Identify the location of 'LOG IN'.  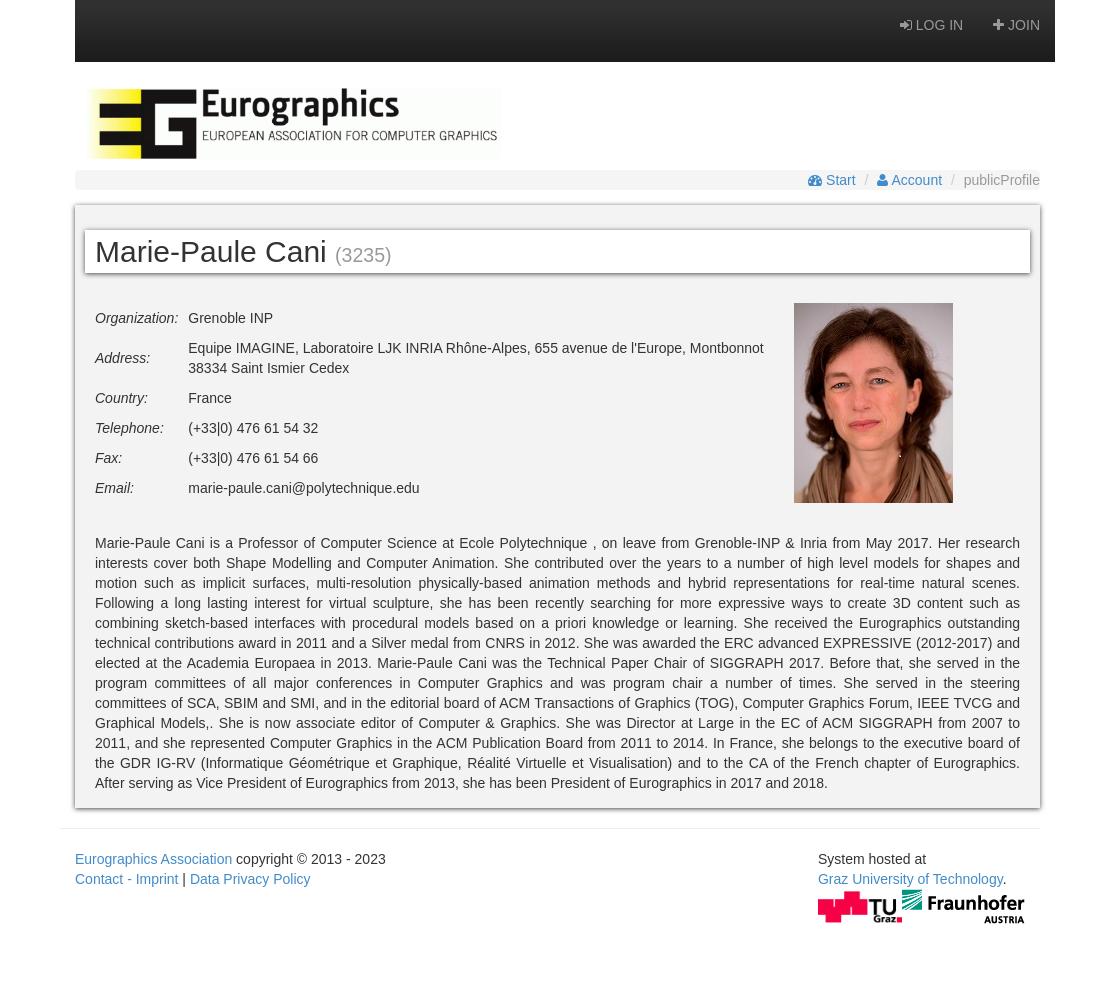
(936, 25).